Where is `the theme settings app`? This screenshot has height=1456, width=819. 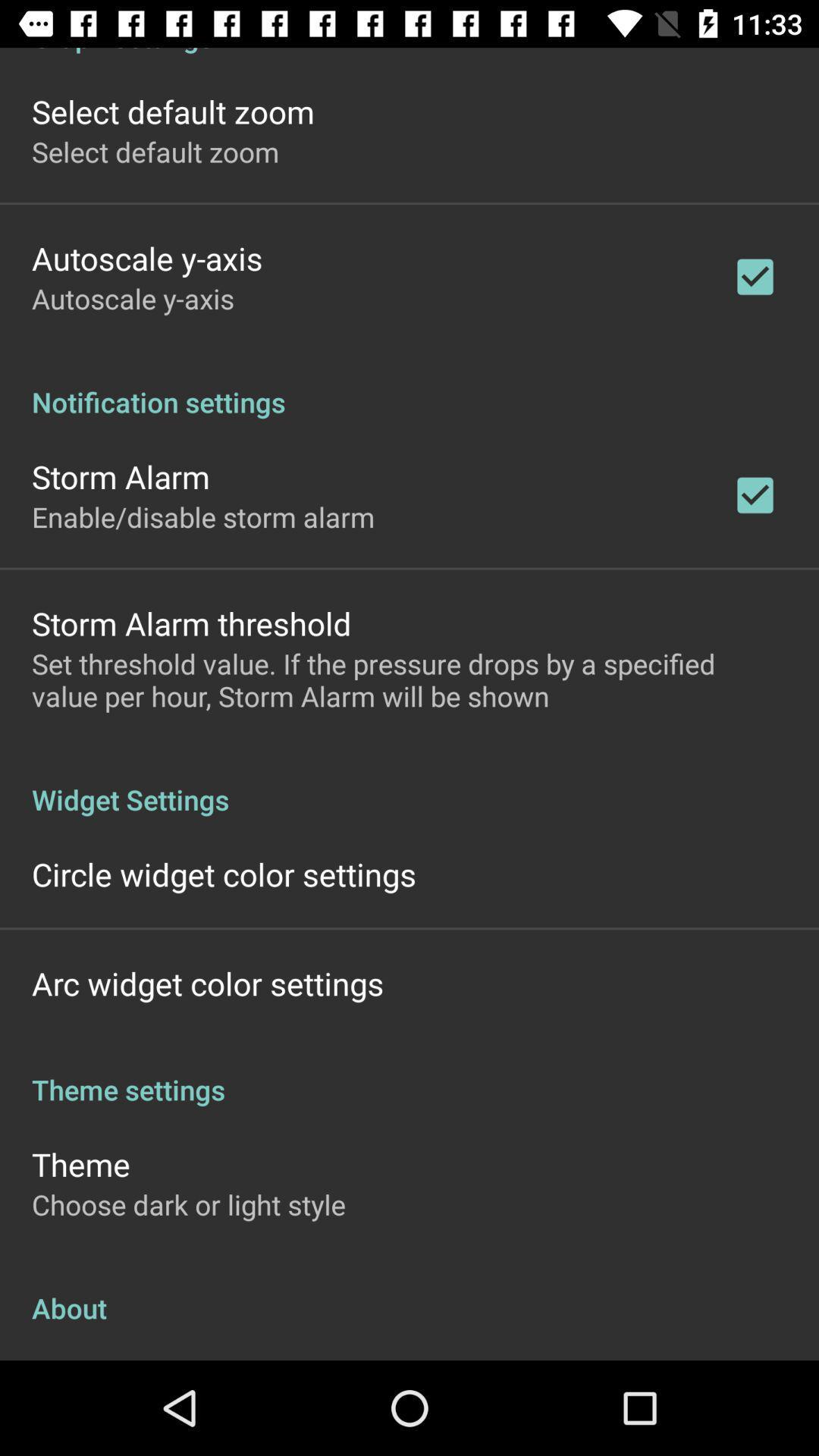
the theme settings app is located at coordinates (409, 1073).